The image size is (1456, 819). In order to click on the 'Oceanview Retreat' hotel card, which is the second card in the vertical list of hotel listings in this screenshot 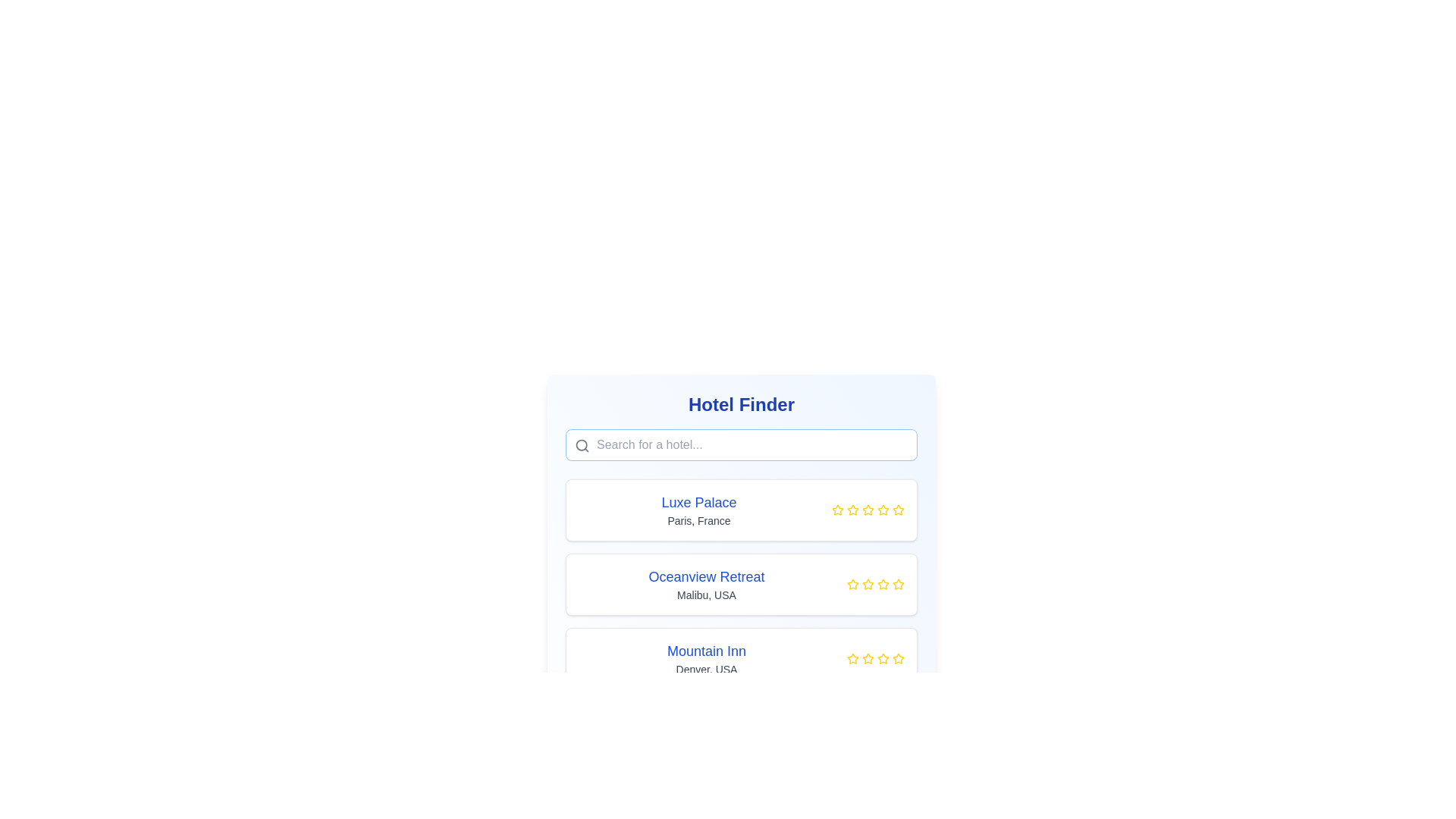, I will do `click(742, 584)`.